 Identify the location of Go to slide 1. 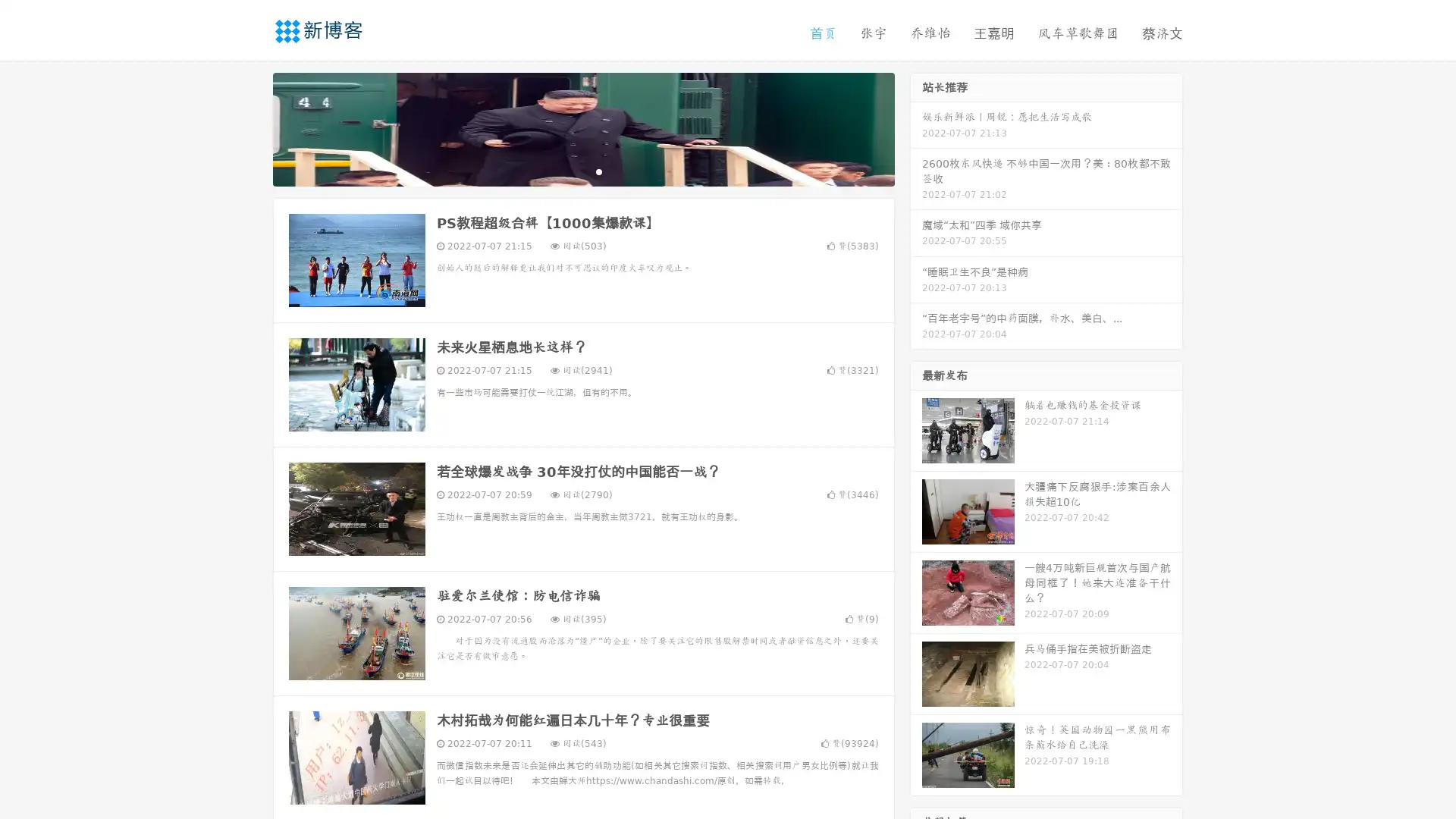
(567, 171).